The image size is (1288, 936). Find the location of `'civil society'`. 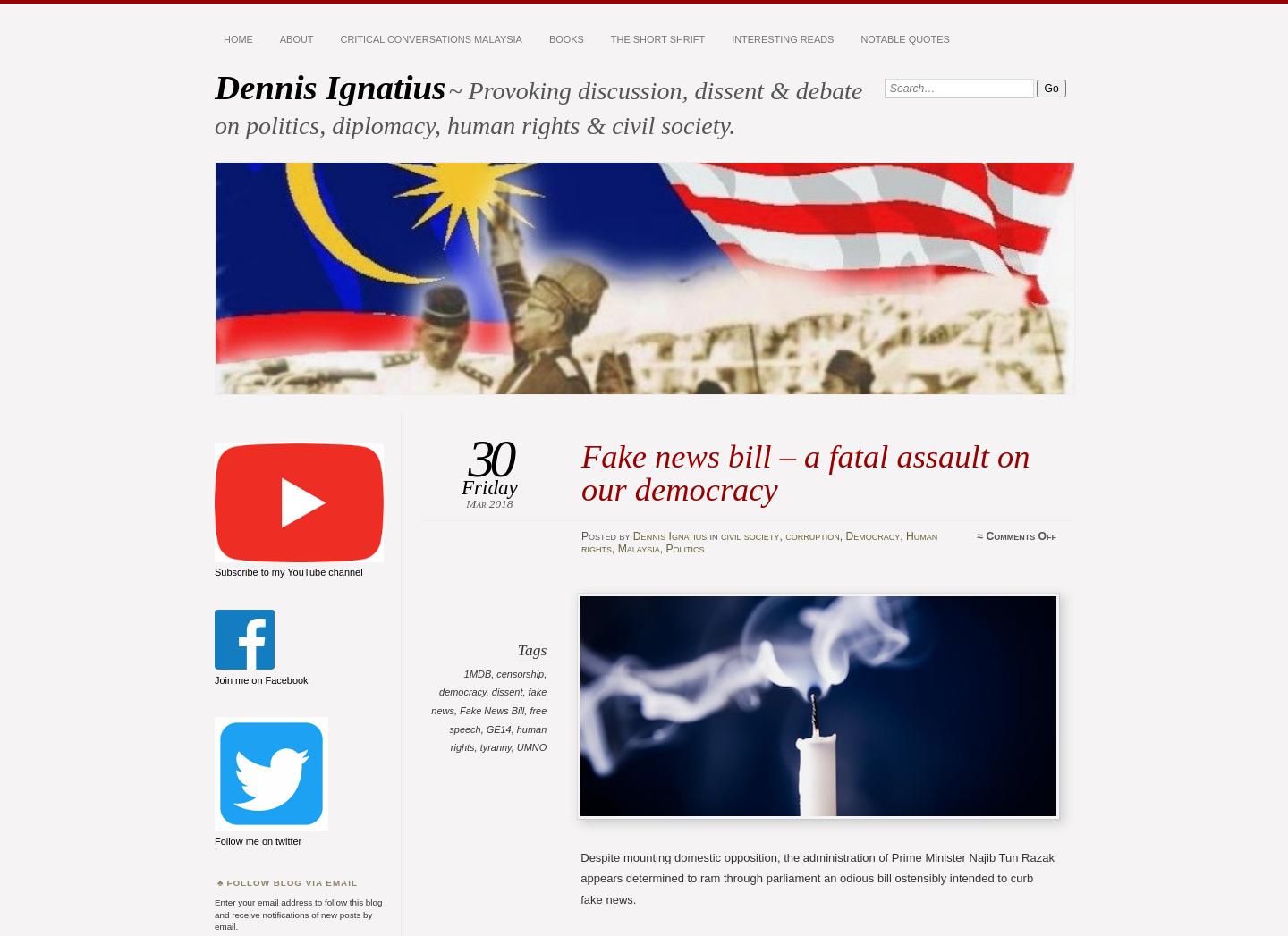

'civil society' is located at coordinates (749, 535).